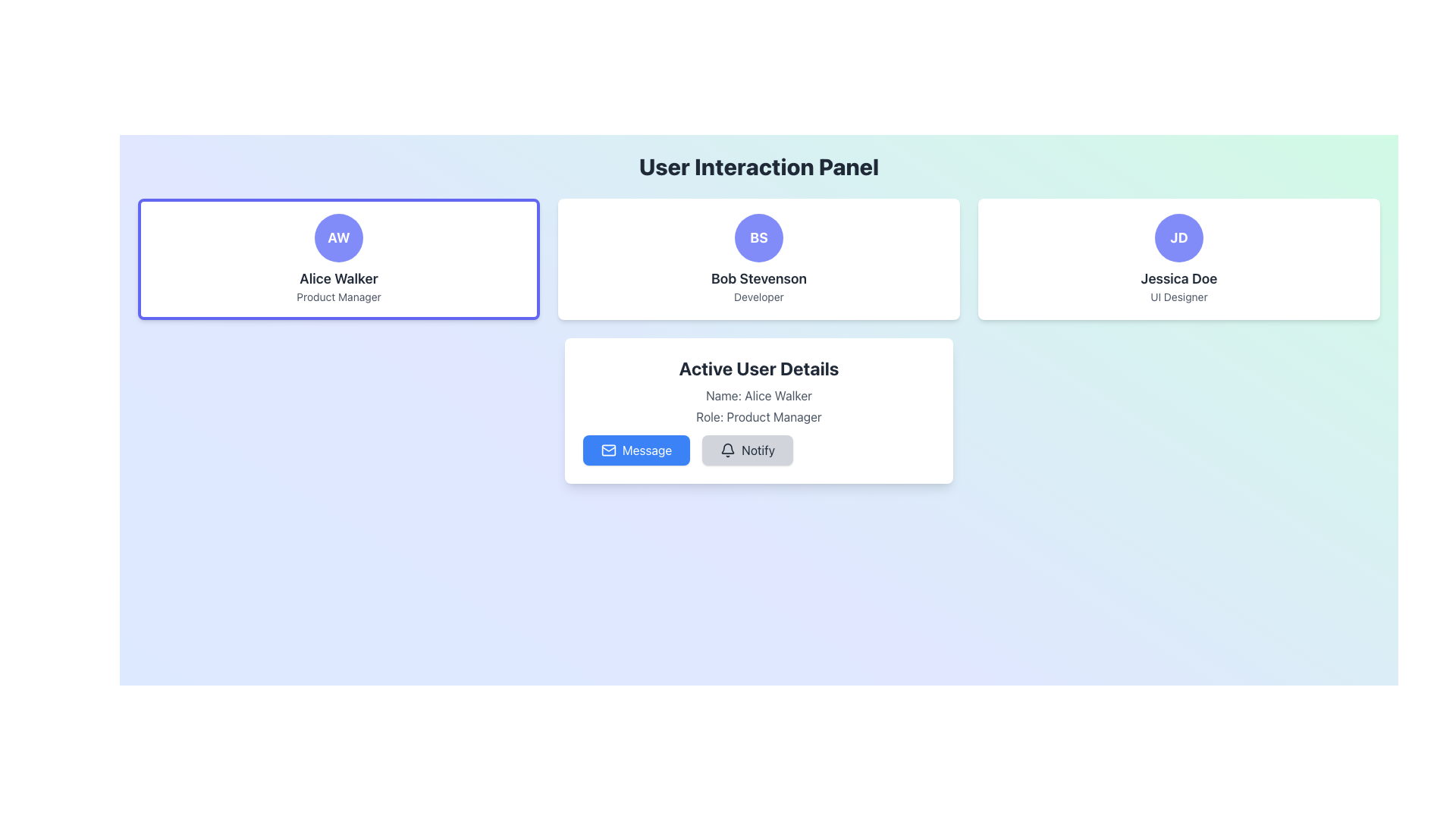  What do you see at coordinates (337, 278) in the screenshot?
I see `the text label displaying 'Alice Walker' which is styled in bold font and located between the profile icon and the description text` at bounding box center [337, 278].